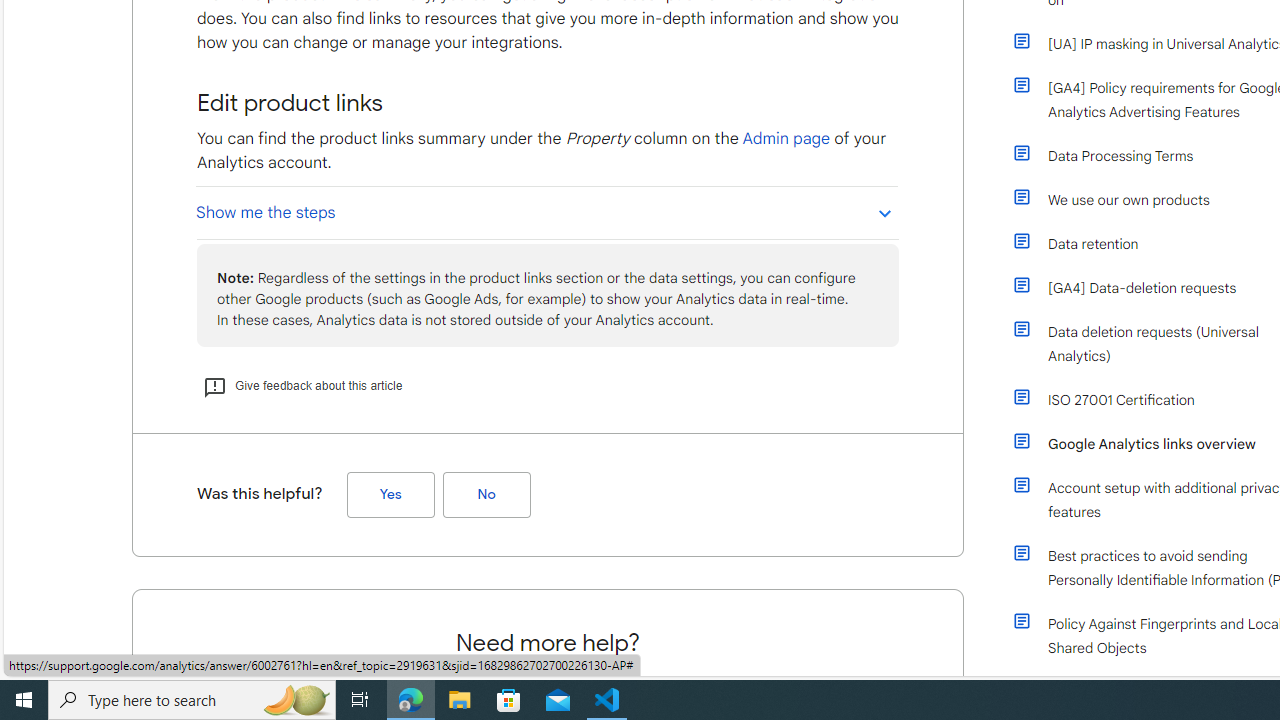 The height and width of the screenshot is (720, 1280). I want to click on 'Give feedback about this article', so click(302, 385).